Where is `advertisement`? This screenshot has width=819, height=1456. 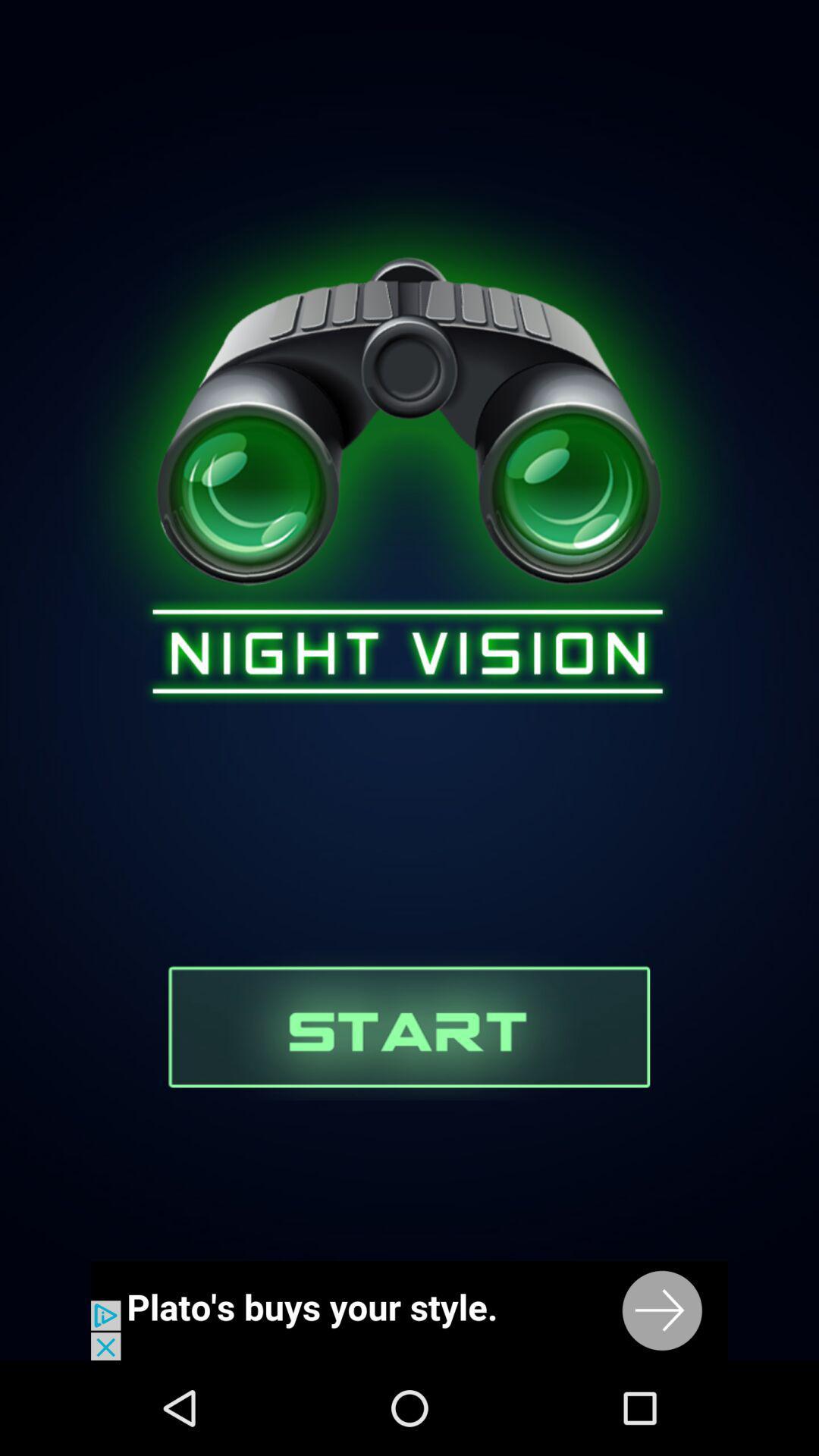
advertisement is located at coordinates (409, 1310).